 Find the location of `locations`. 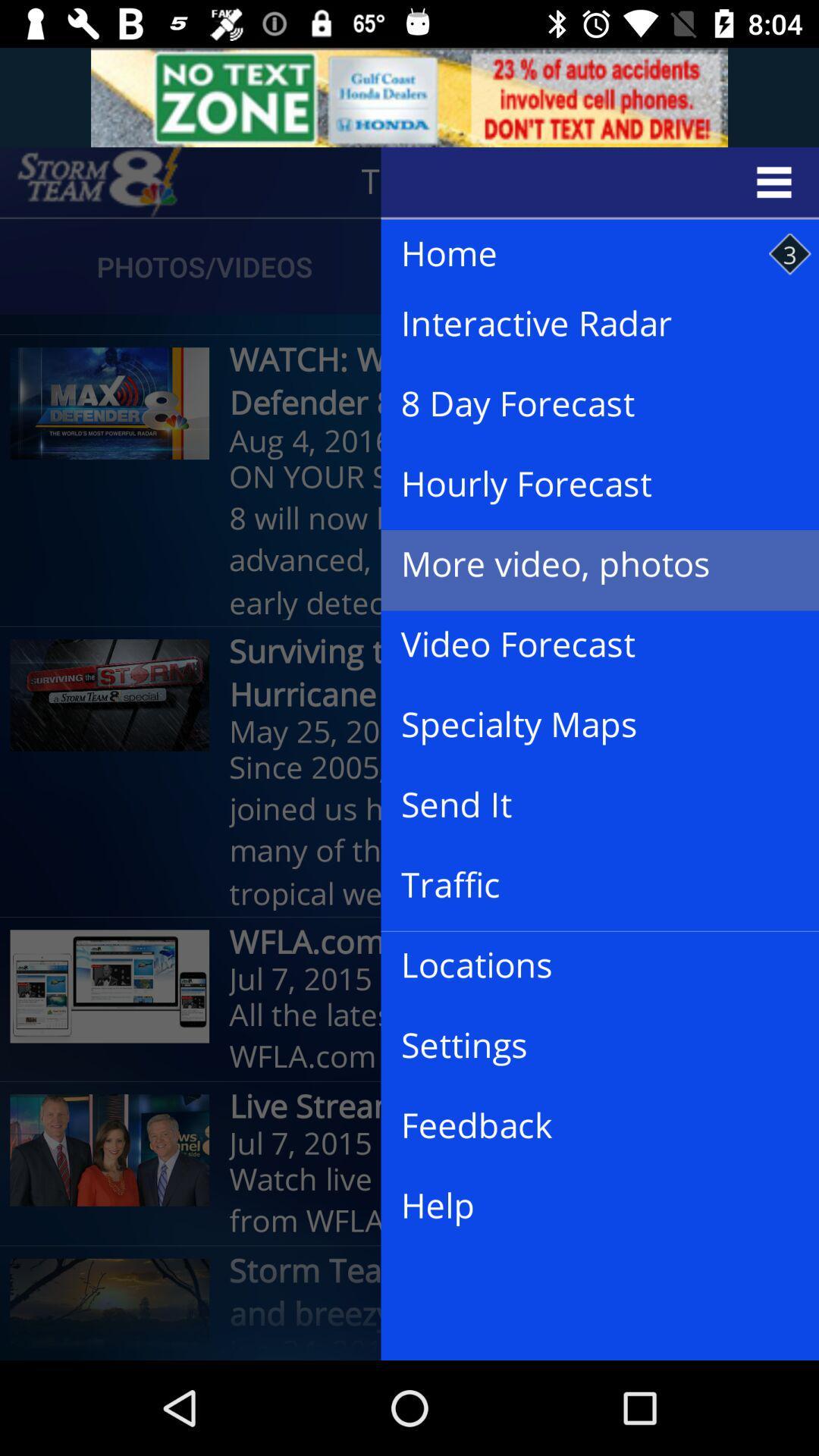

locations is located at coordinates (587, 965).